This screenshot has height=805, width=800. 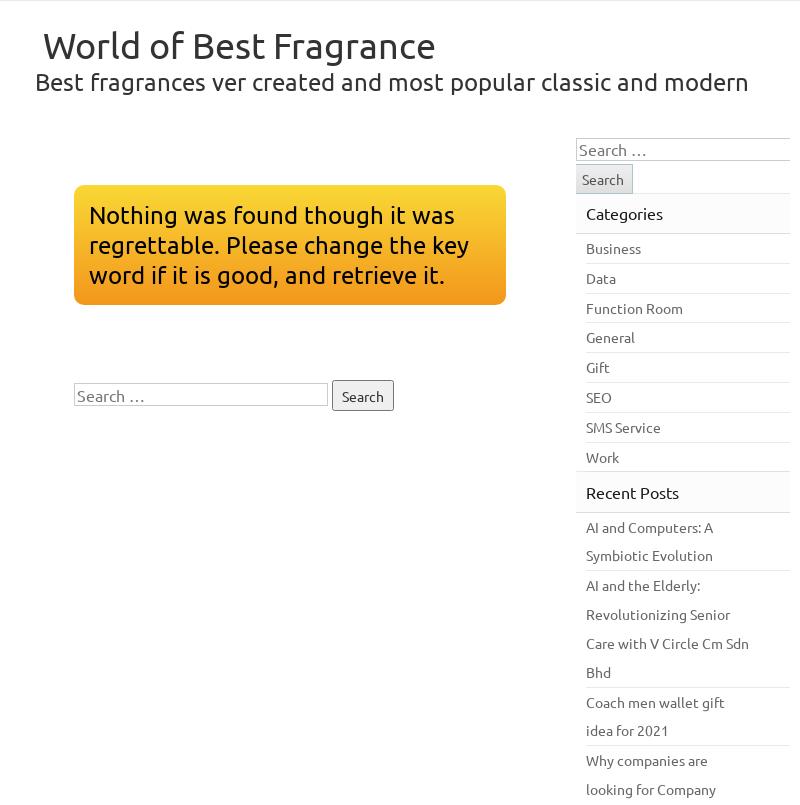 What do you see at coordinates (585, 306) in the screenshot?
I see `'Function Room'` at bounding box center [585, 306].